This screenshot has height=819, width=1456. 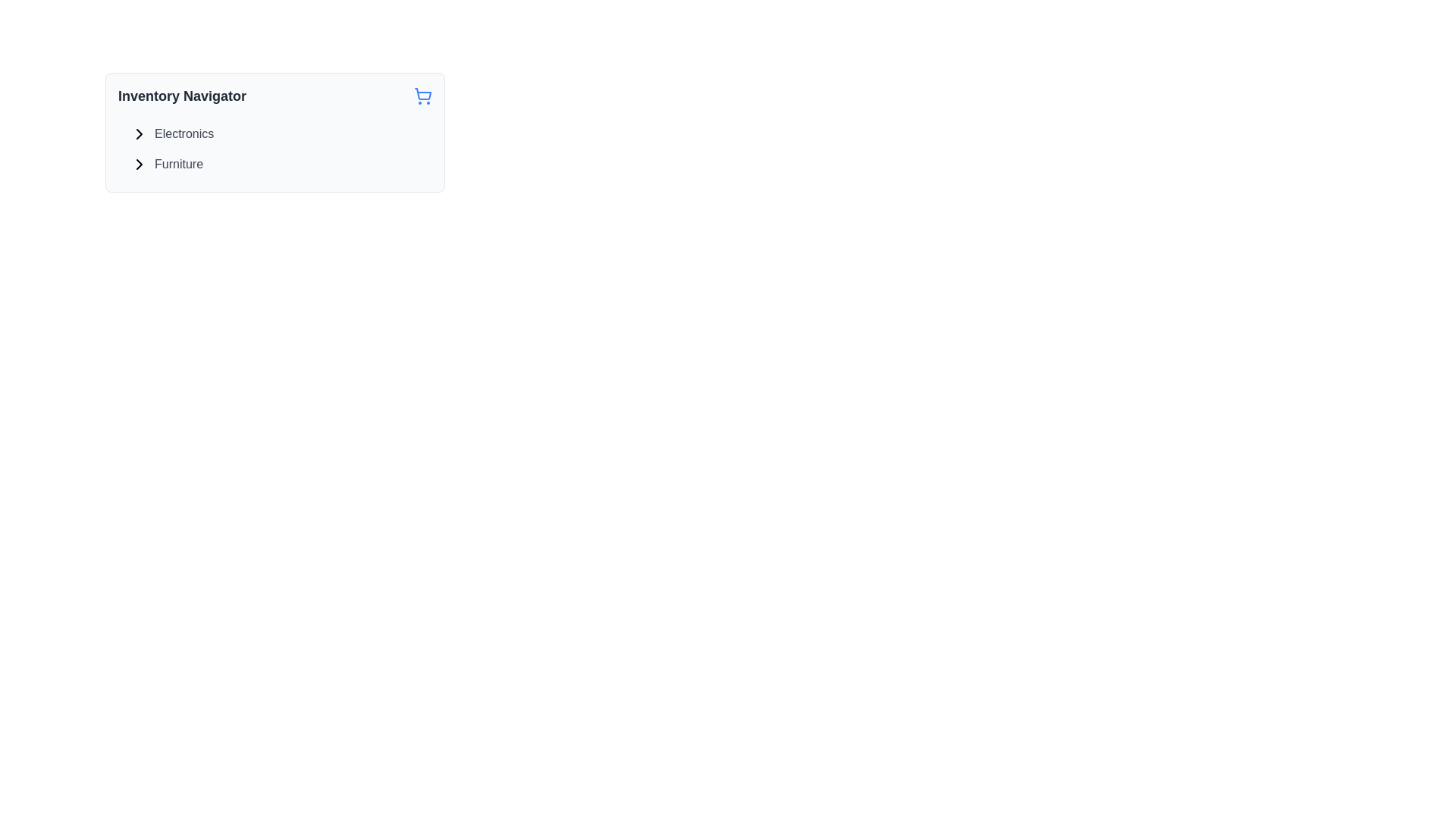 I want to click on the 'Electronics' category item in the expandable navigation list by clicking it for keyboard navigation, so click(x=172, y=133).